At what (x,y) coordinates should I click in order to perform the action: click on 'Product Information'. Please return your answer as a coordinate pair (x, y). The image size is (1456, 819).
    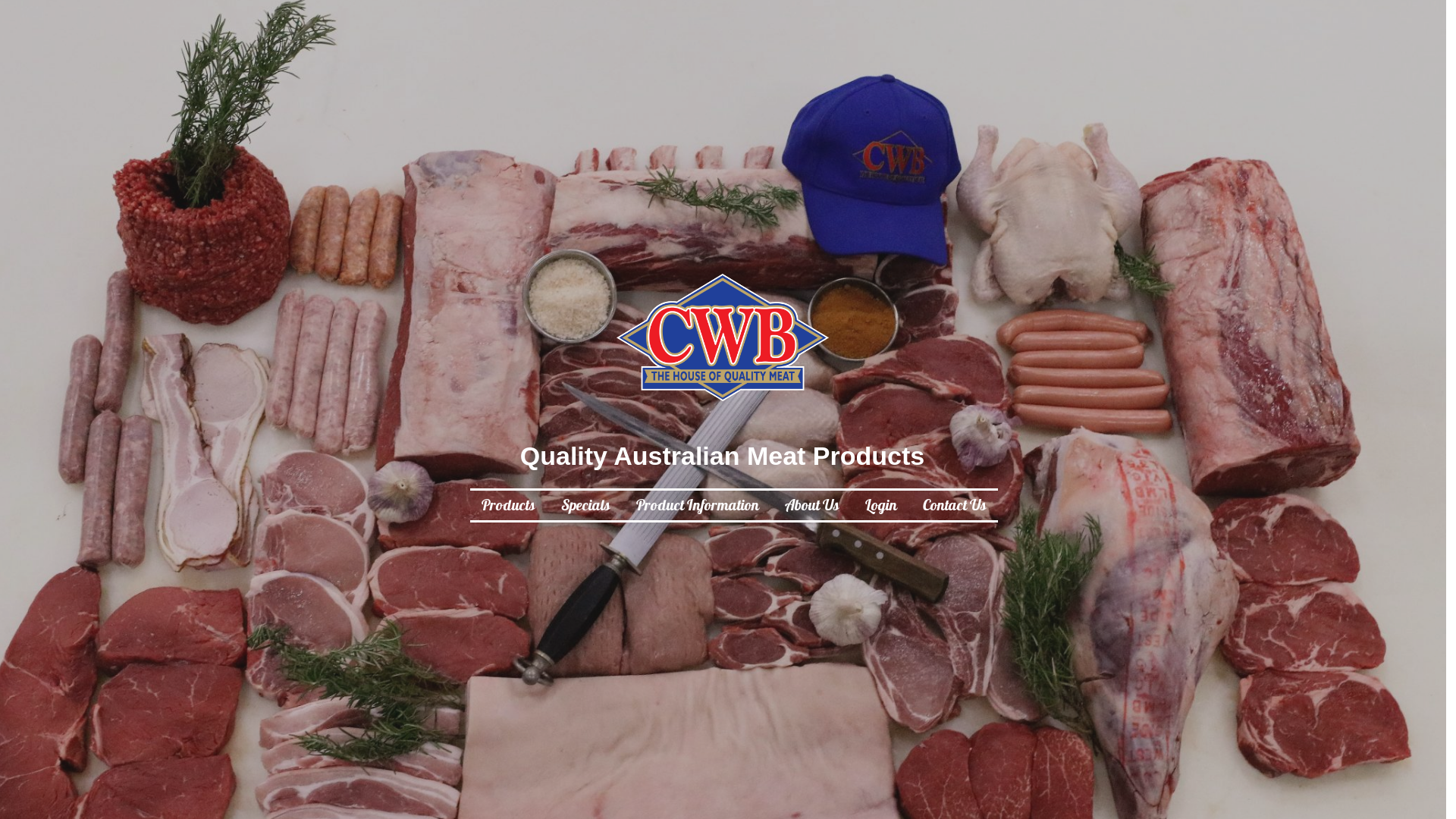
    Looking at the image, I should click on (695, 507).